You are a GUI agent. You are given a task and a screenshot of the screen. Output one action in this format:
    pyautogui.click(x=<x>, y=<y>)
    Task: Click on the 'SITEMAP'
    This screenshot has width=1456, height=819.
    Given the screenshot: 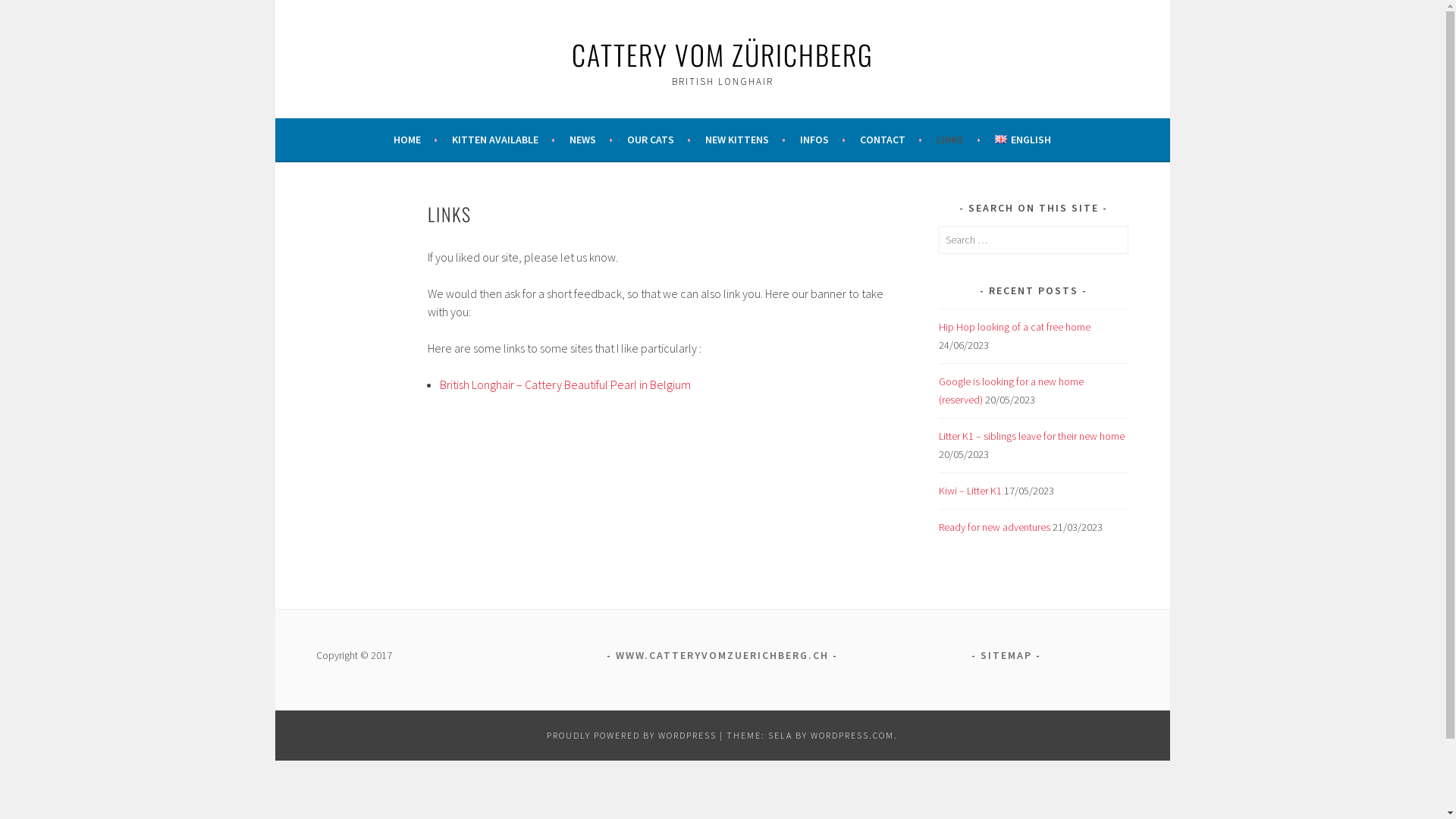 What is the action you would take?
    pyautogui.click(x=980, y=654)
    